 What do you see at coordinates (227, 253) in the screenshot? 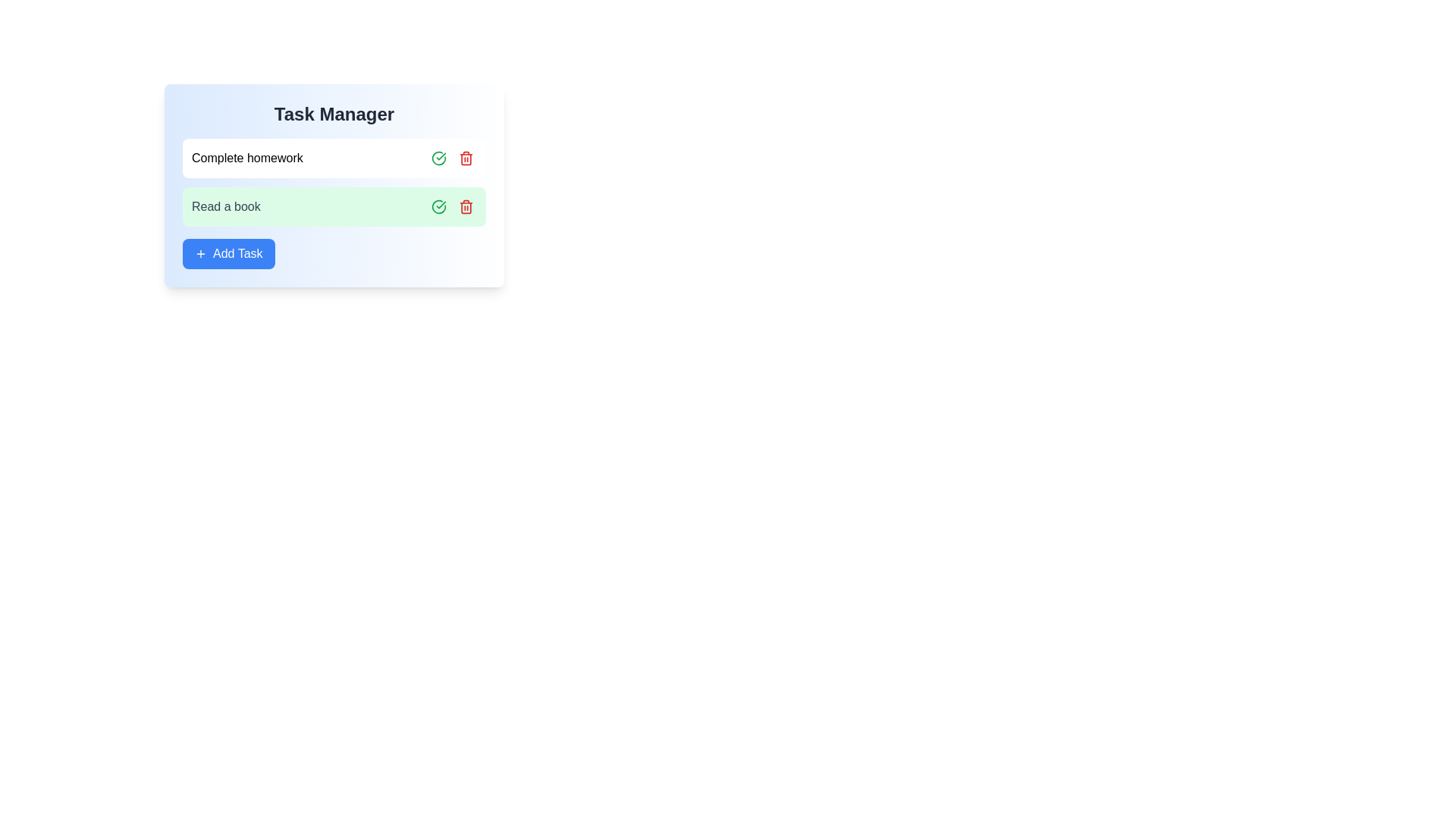
I see `the 'Add Task' button to add a new task` at bounding box center [227, 253].